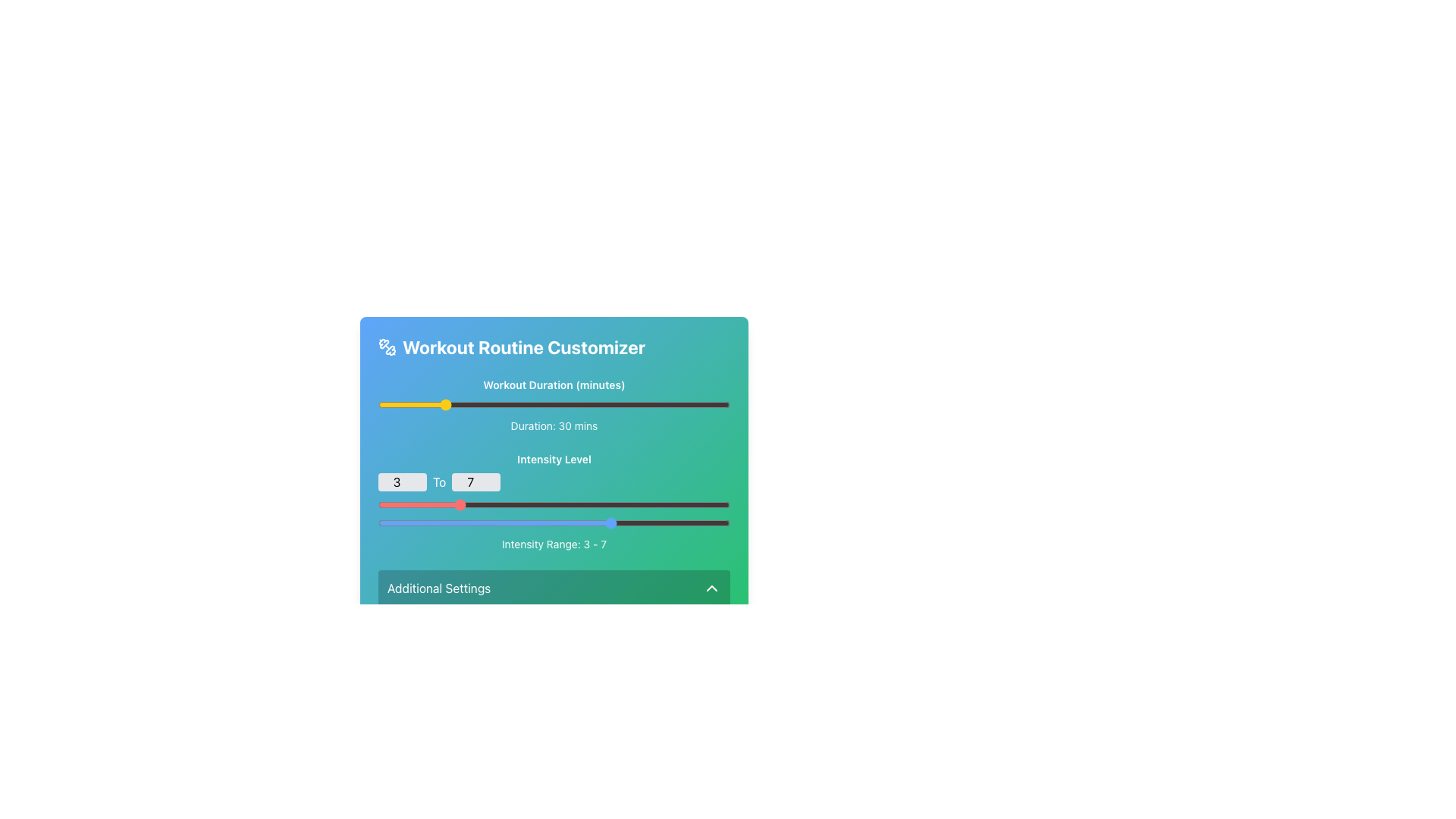 The height and width of the screenshot is (819, 1456). What do you see at coordinates (516, 403) in the screenshot?
I see `workout duration` at bounding box center [516, 403].